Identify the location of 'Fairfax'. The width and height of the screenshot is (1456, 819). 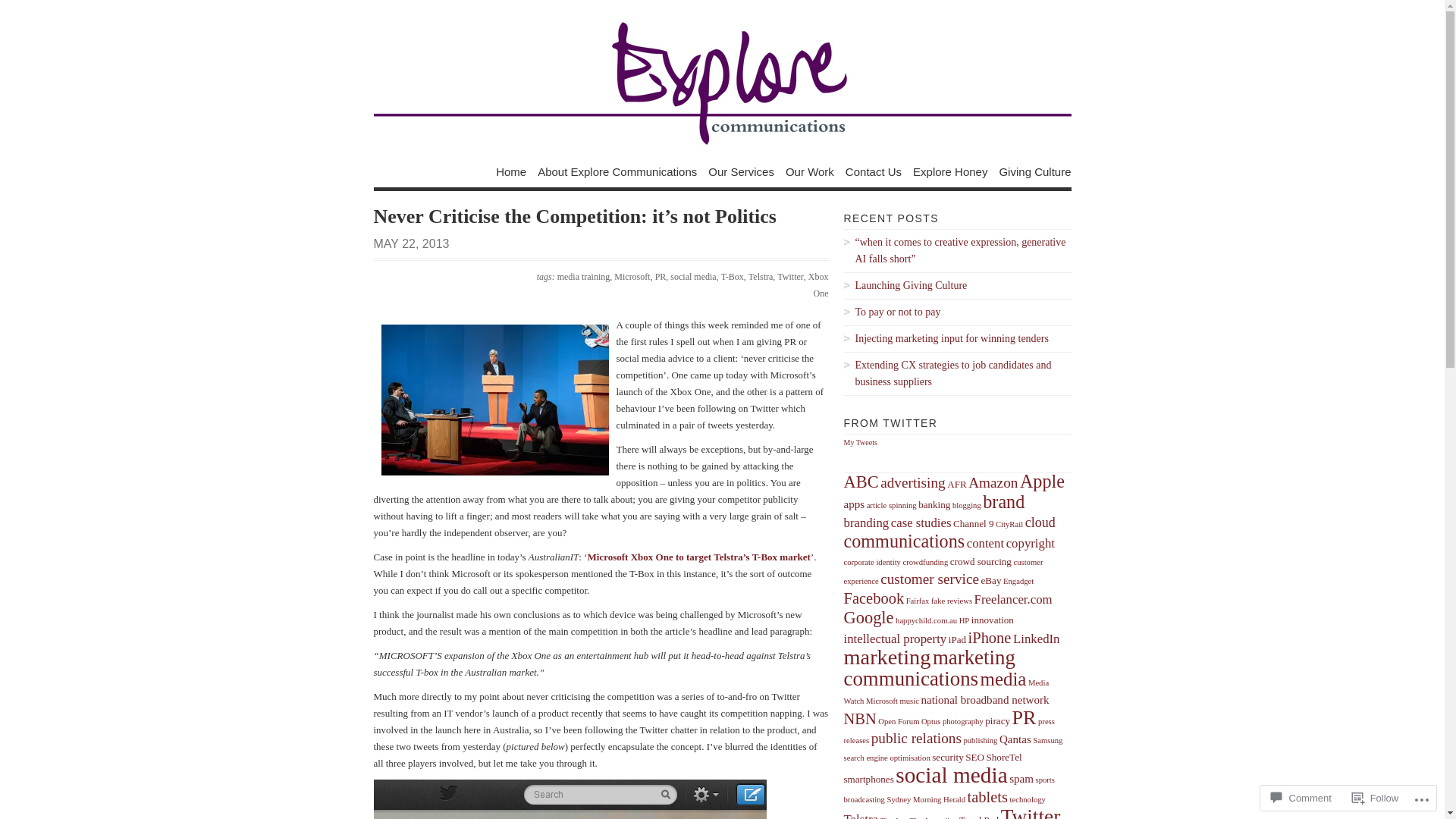
(917, 600).